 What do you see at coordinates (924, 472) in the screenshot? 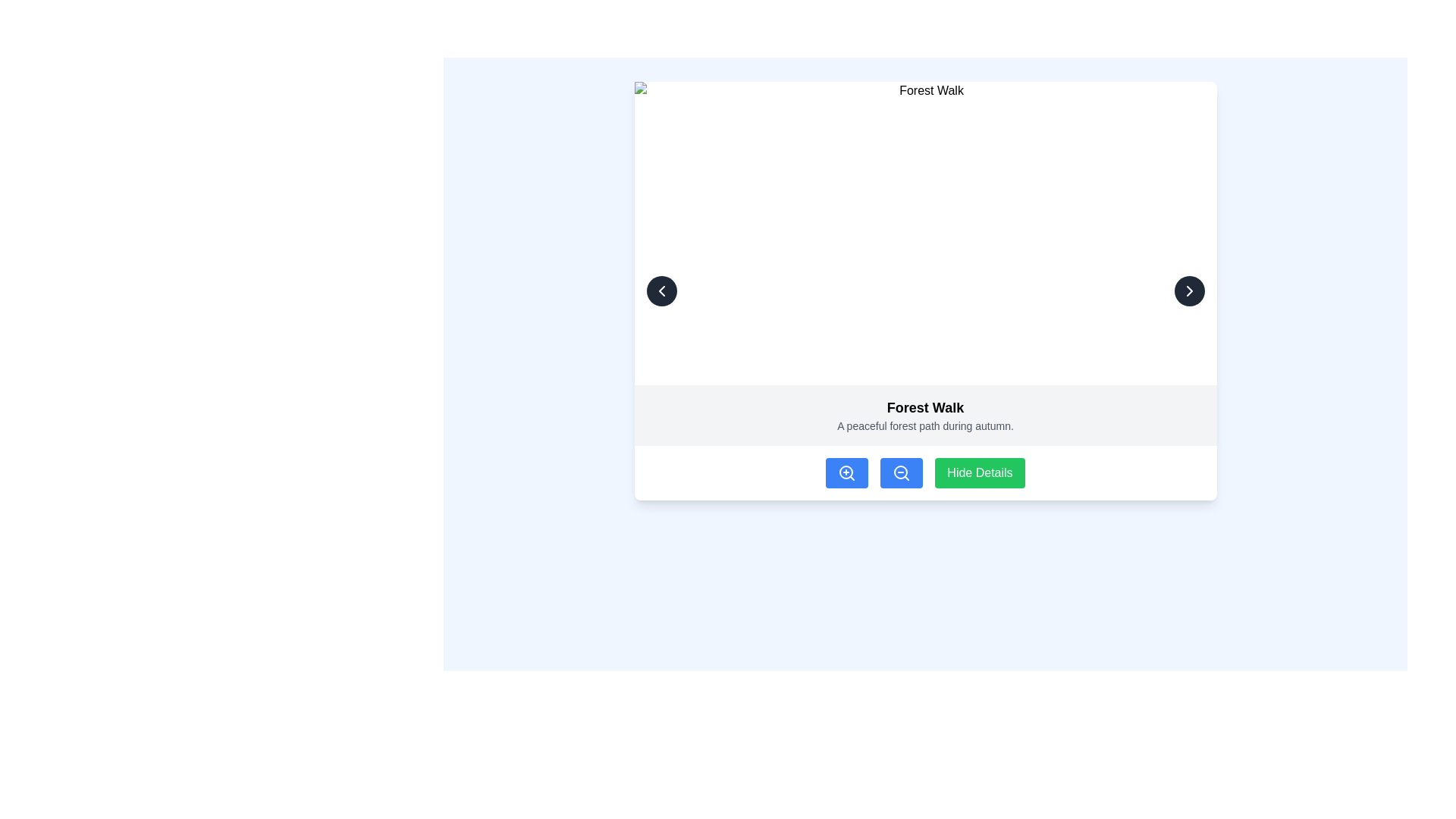
I see `the 'Hide Details' button located in the lower section of the interface, to the right of two blue buttons with zoom icons` at bounding box center [924, 472].